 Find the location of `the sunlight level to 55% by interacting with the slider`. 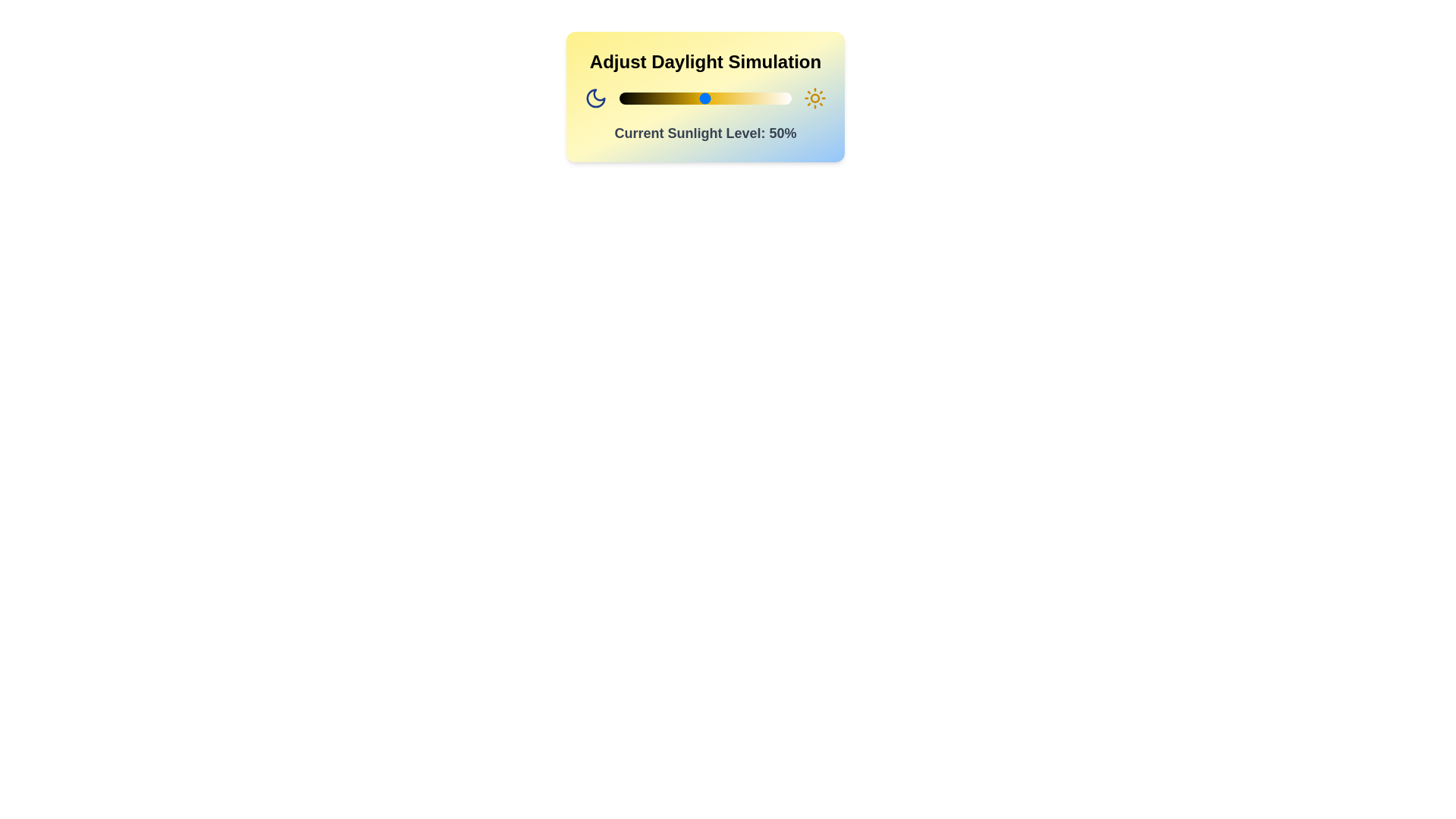

the sunlight level to 55% by interacting with the slider is located at coordinates (713, 99).